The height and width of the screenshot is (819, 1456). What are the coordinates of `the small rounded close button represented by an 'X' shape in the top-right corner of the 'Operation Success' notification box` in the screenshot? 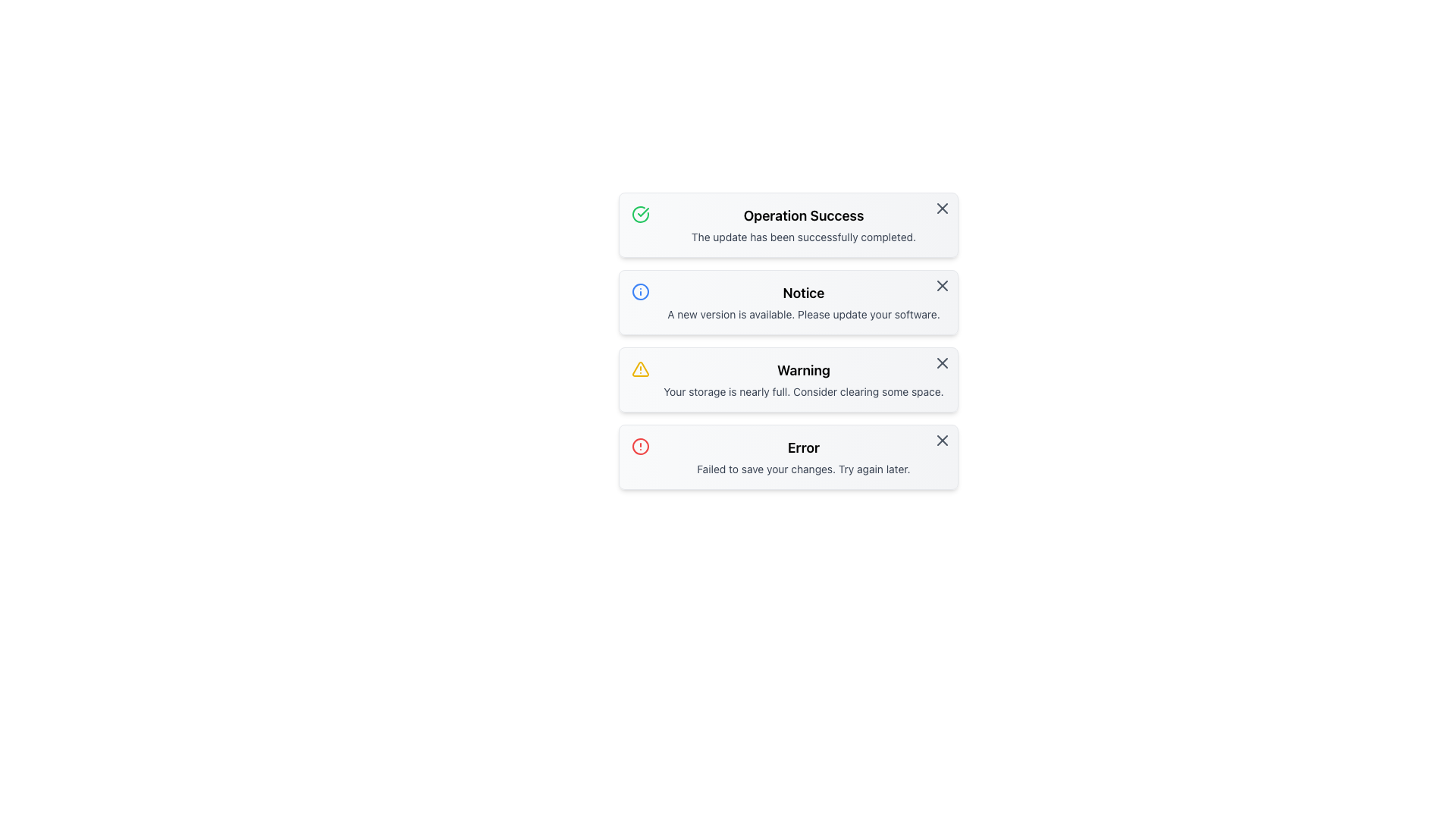 It's located at (942, 208).